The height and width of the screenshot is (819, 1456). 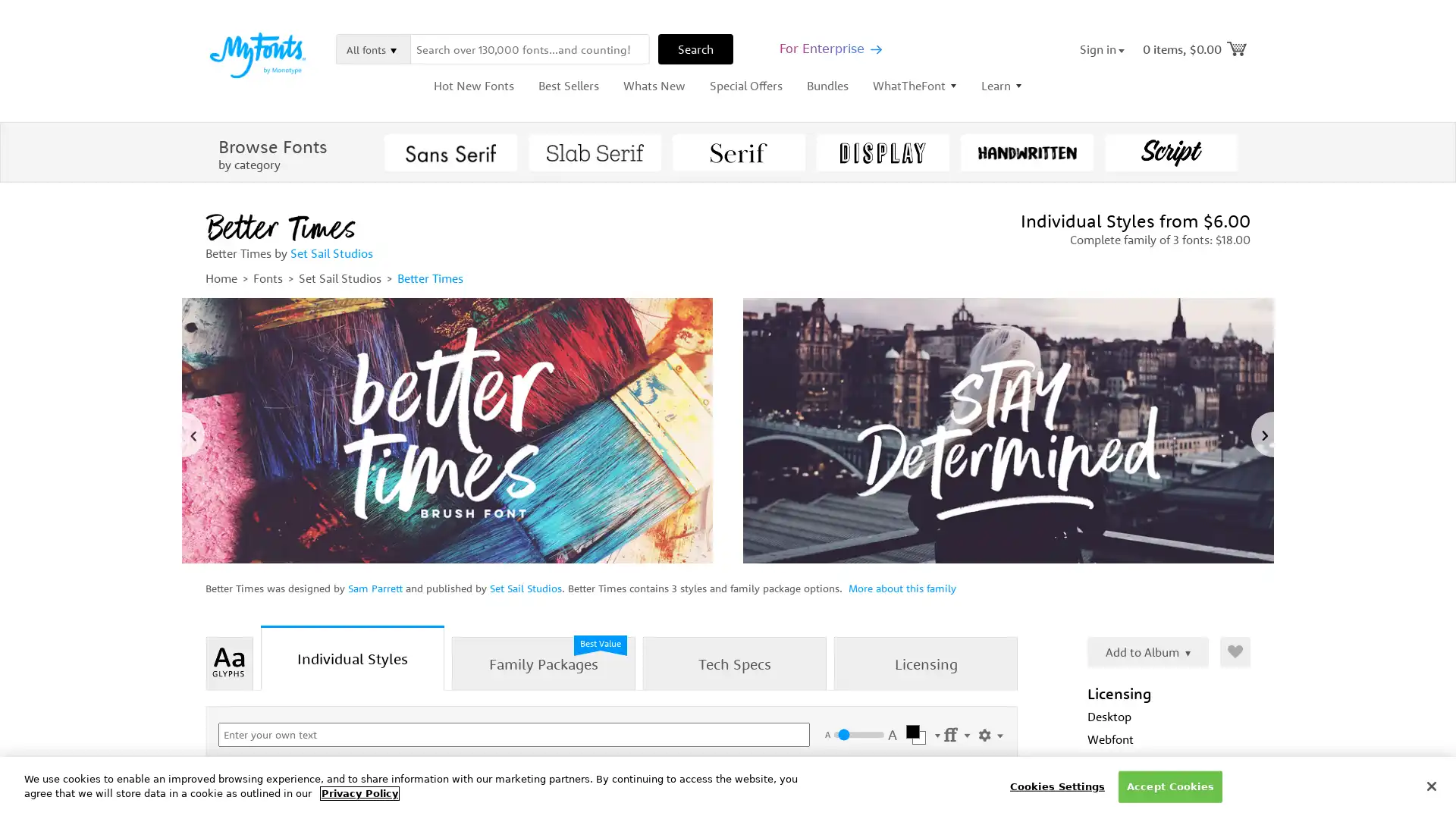 I want to click on Settings Menu, so click(x=956, y=734).